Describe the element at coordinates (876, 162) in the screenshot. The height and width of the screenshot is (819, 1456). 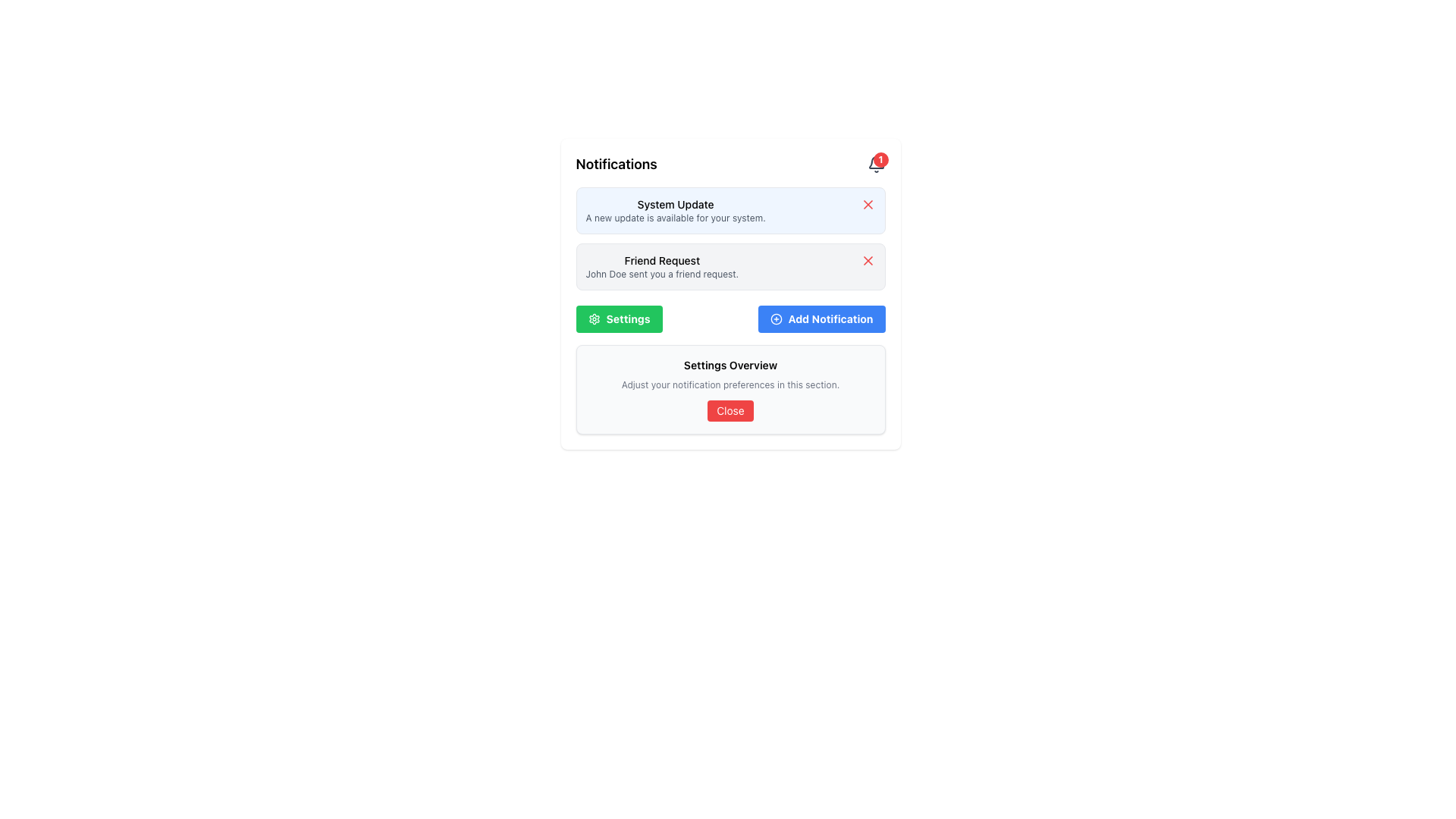
I see `lower arc of the bell icon located in the top-right corner of the notification interface` at that location.